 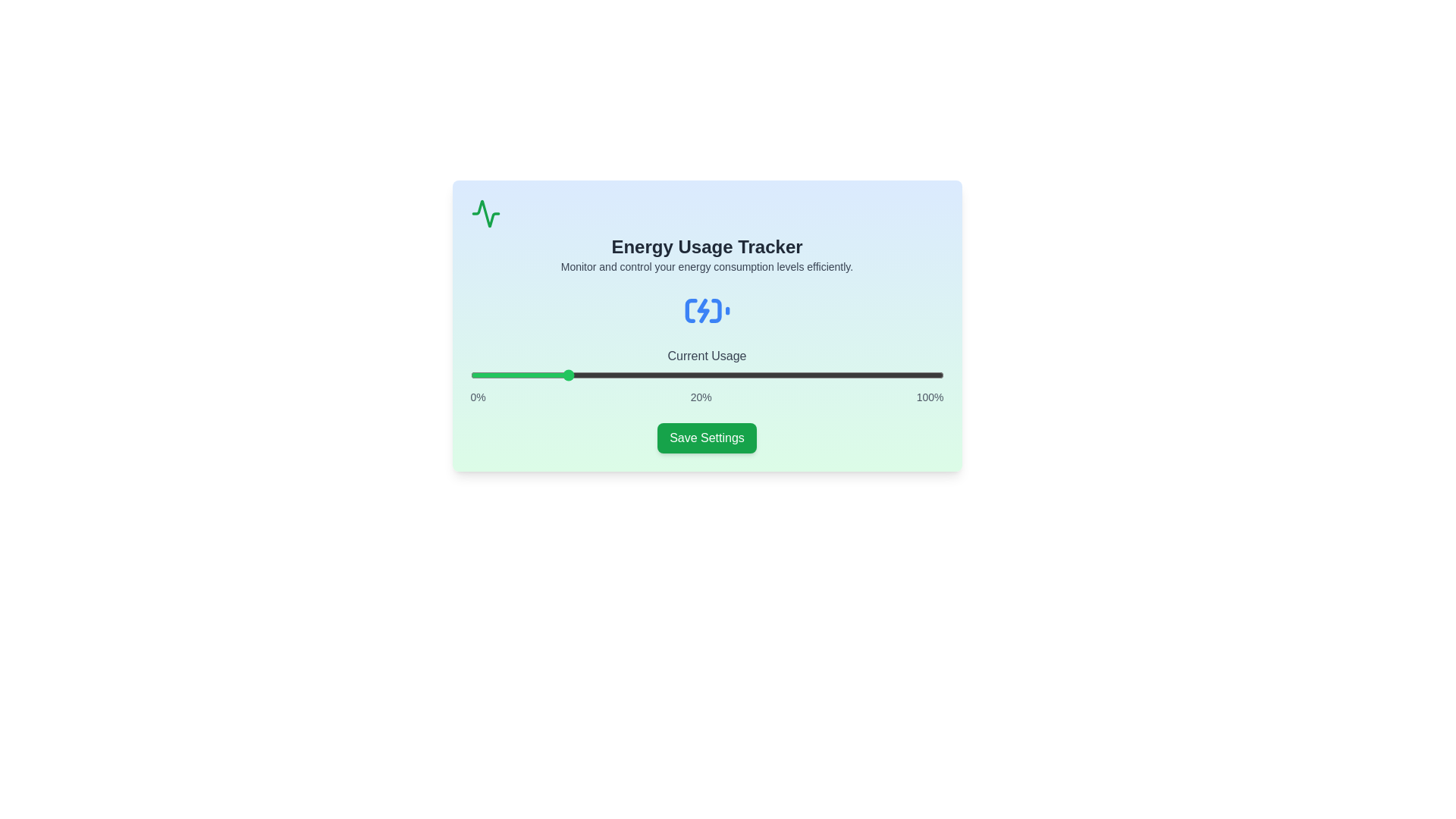 What do you see at coordinates (768, 375) in the screenshot?
I see `the energy usage slider to 63%` at bounding box center [768, 375].